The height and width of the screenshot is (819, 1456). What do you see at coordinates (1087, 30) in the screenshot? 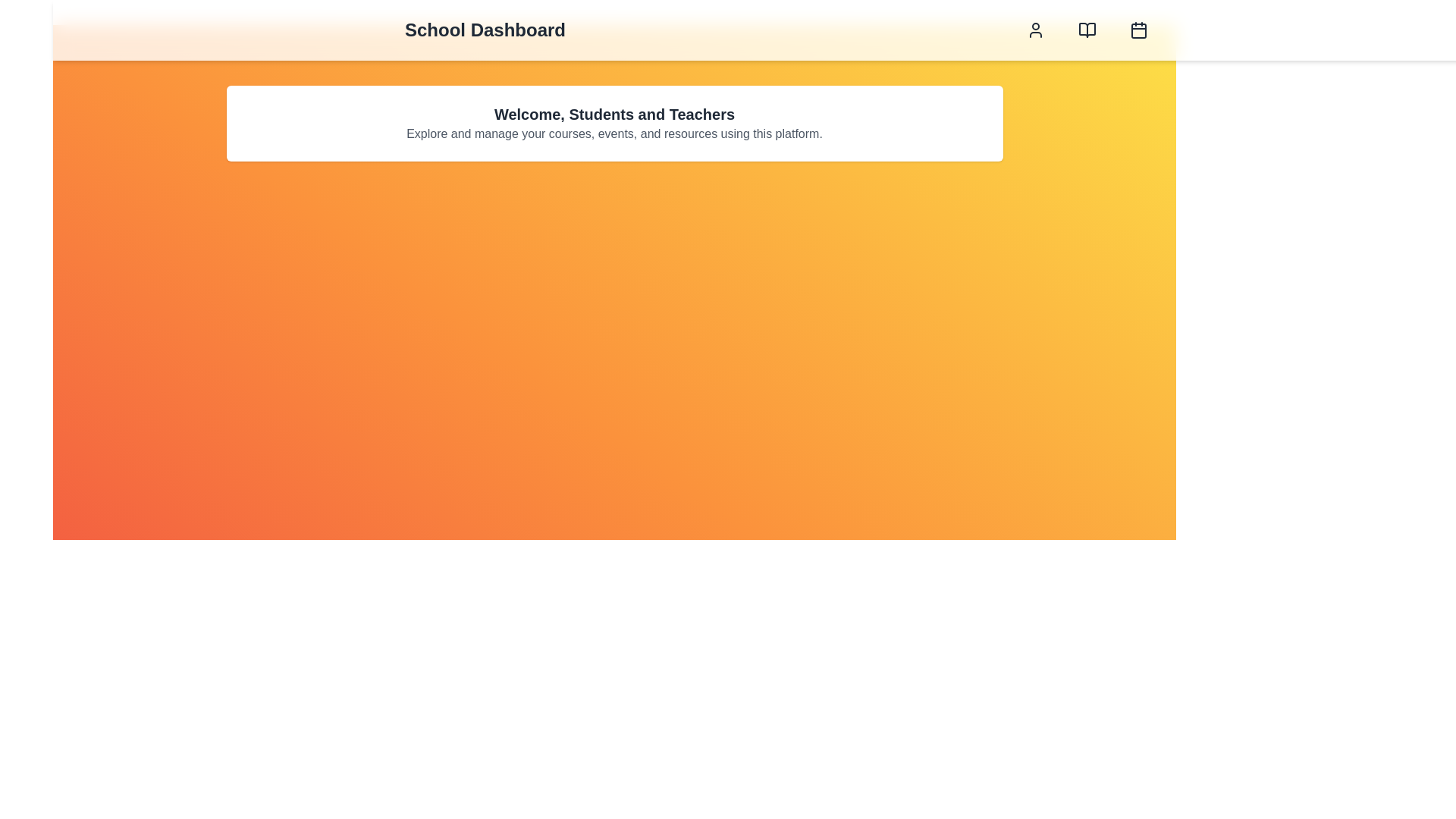
I see `the navigation button corresponding to BookOpen` at bounding box center [1087, 30].